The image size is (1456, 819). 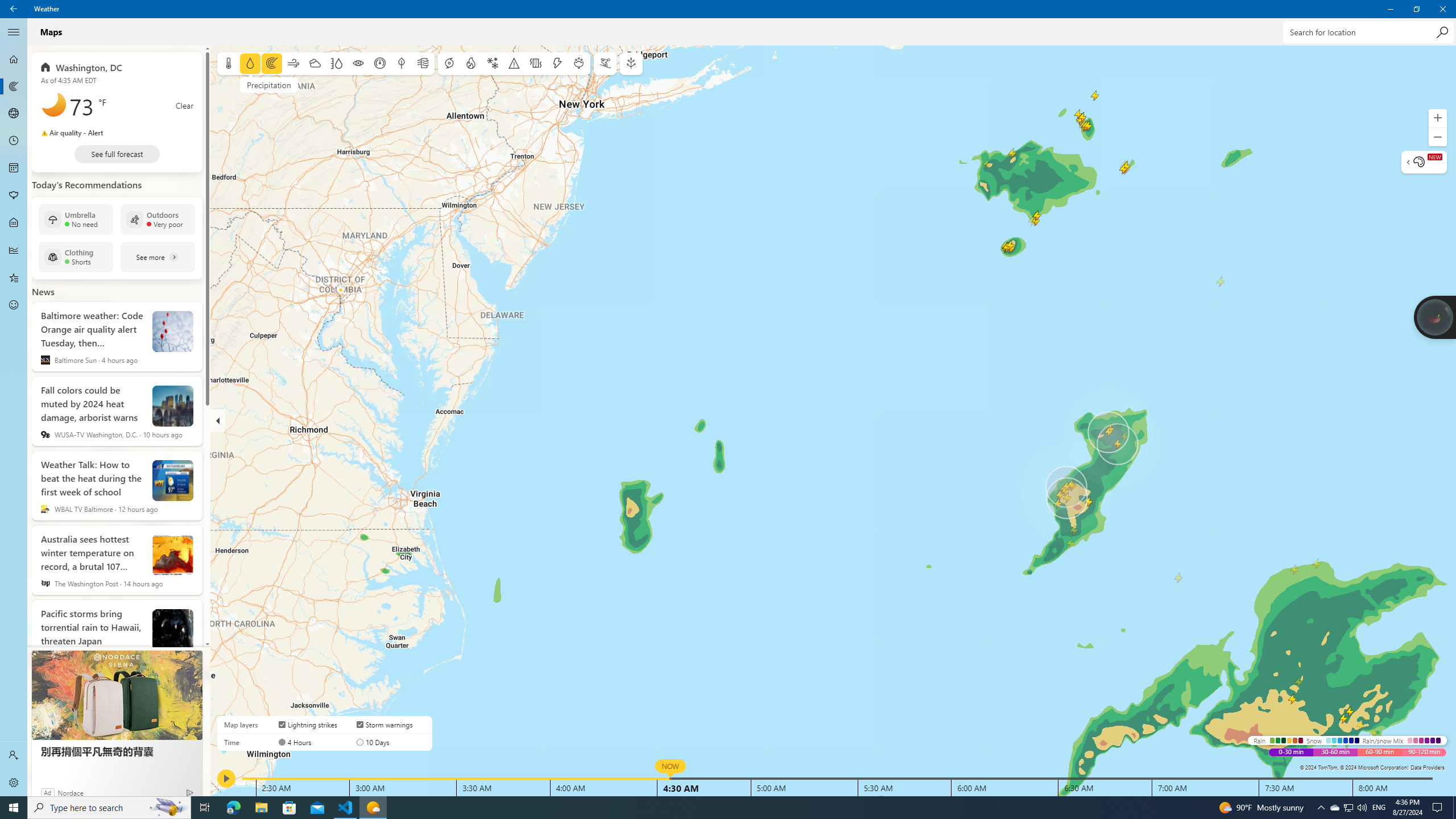 What do you see at coordinates (14, 167) in the screenshot?
I see `'Monthly Forecast - Not Selected'` at bounding box center [14, 167].